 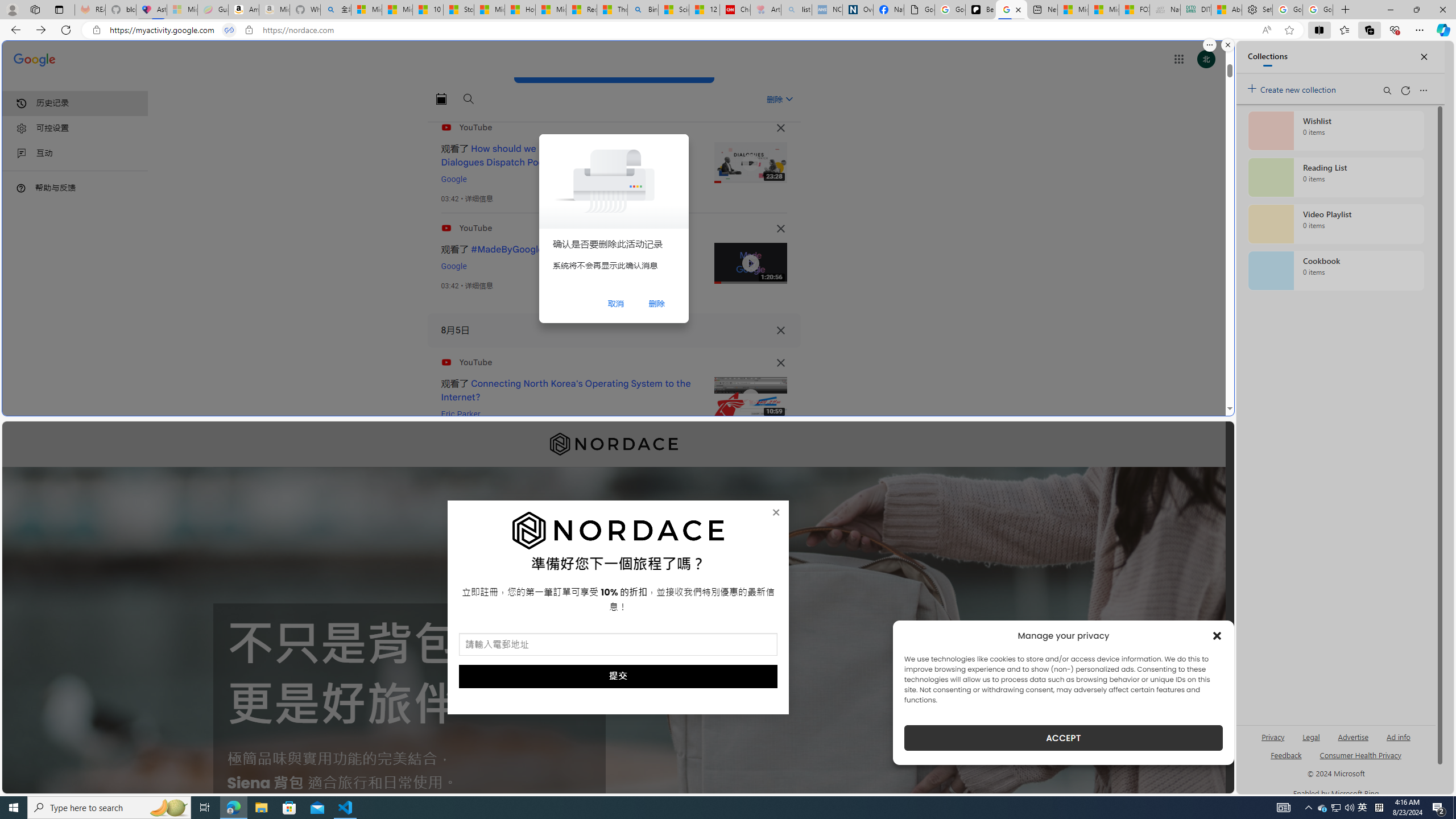 I want to click on 'AutomationID: field_5_1', so click(x=617, y=645).